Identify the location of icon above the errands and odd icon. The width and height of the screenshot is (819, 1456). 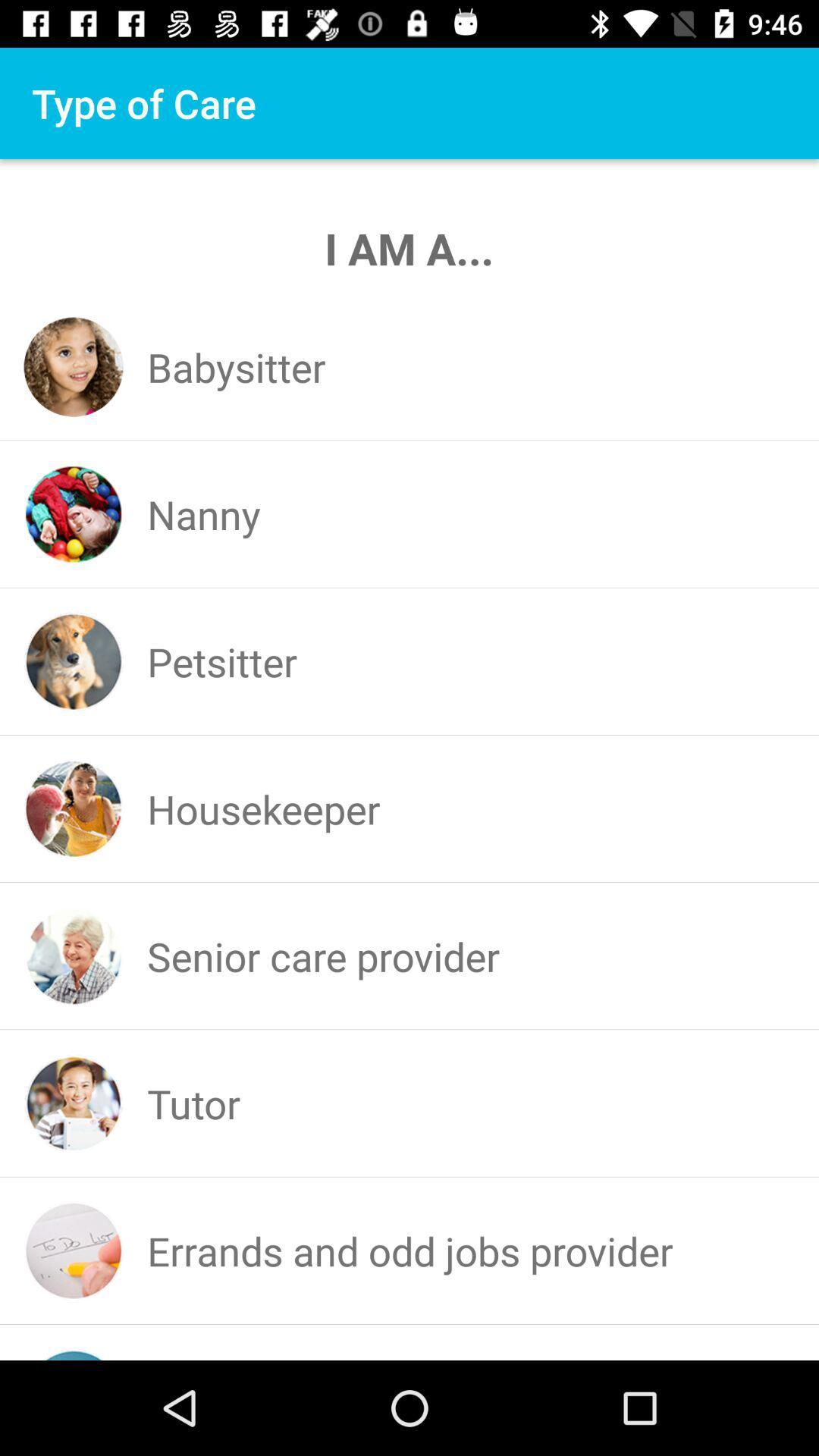
(193, 1103).